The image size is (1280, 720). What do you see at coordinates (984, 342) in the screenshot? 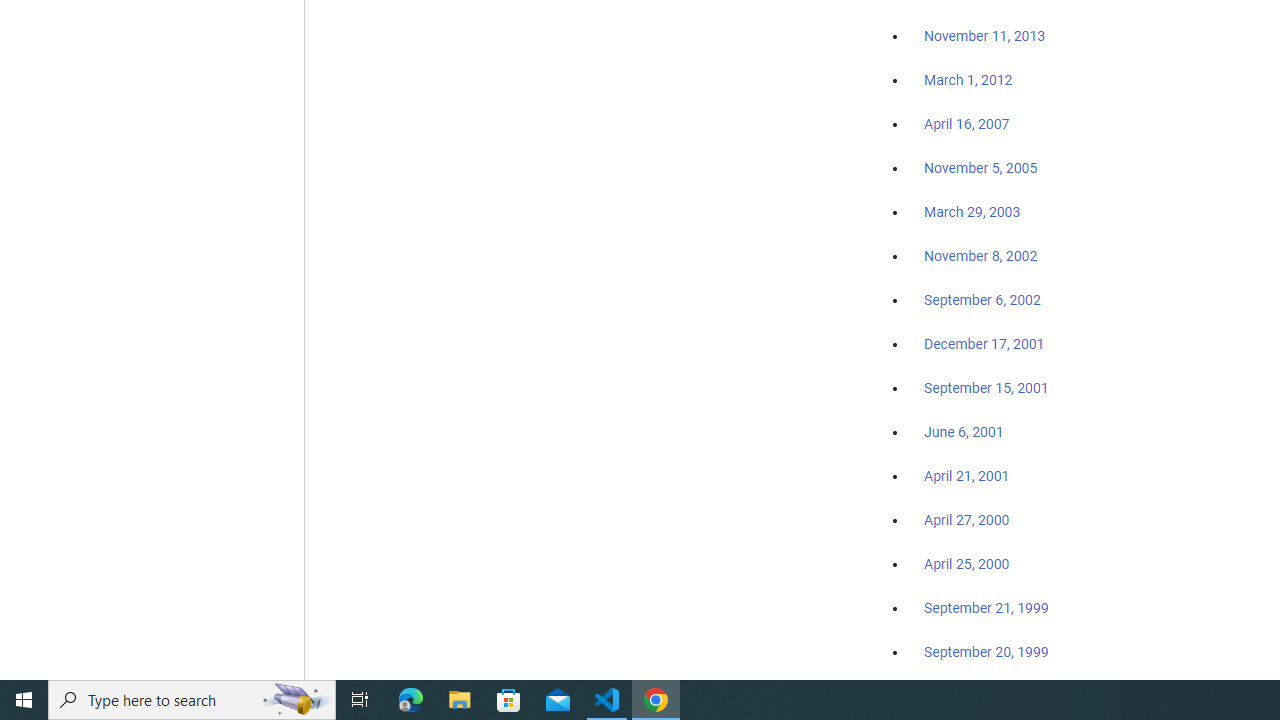
I see `'December 17, 2001'` at bounding box center [984, 342].